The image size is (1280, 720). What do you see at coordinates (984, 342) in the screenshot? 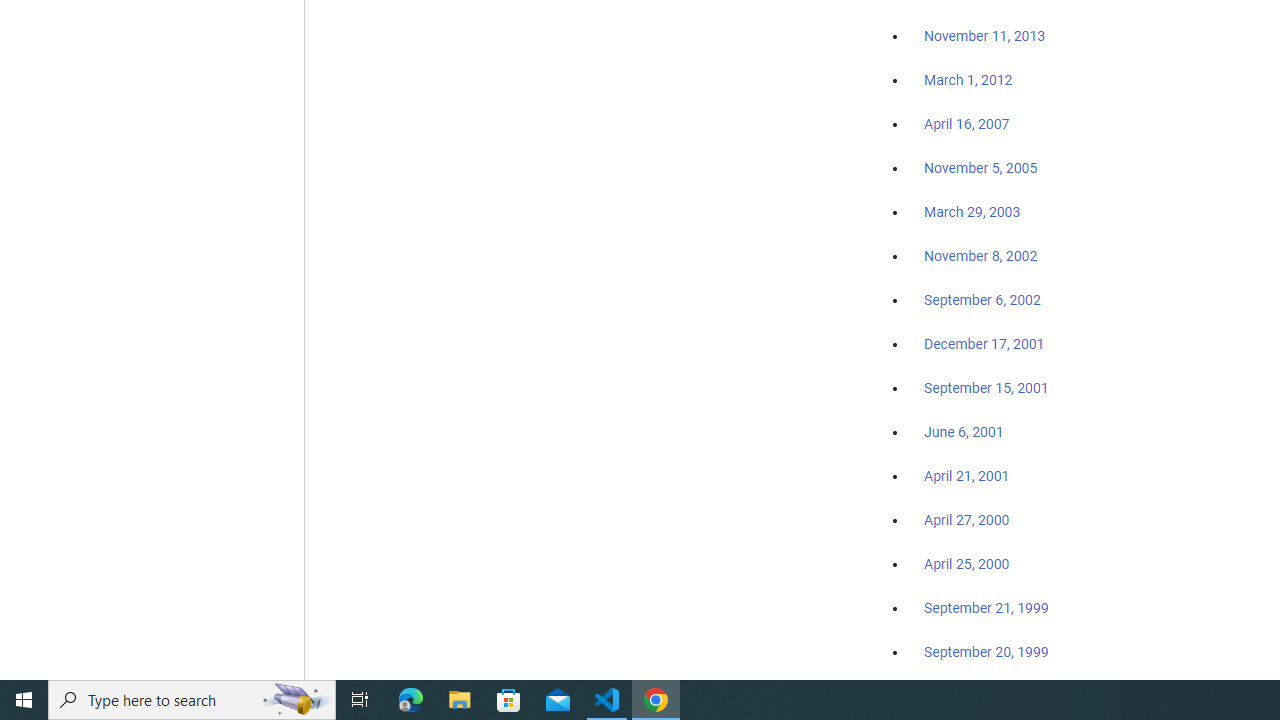
I see `'December 17, 2001'` at bounding box center [984, 342].